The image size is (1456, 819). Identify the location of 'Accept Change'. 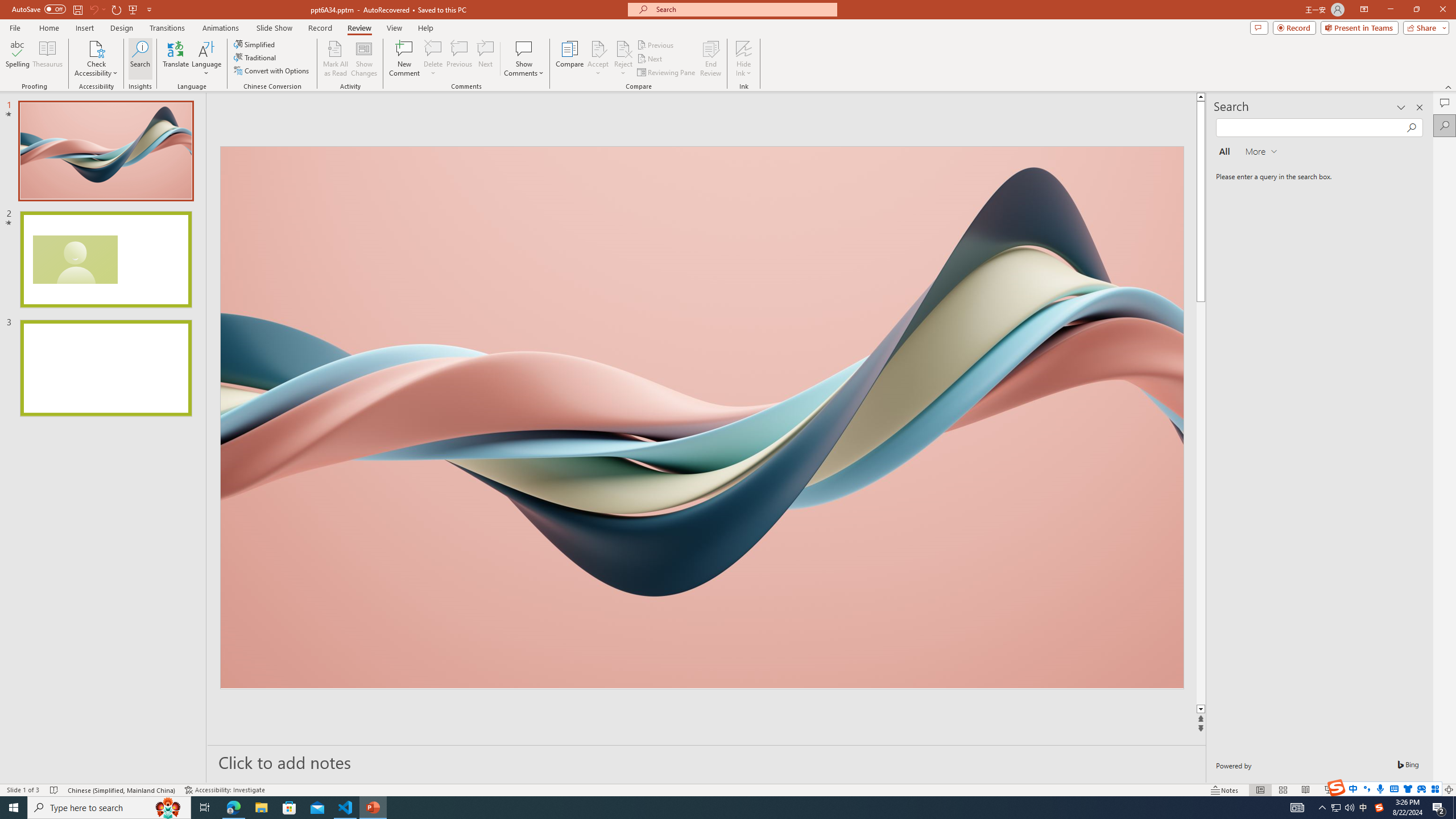
(598, 48).